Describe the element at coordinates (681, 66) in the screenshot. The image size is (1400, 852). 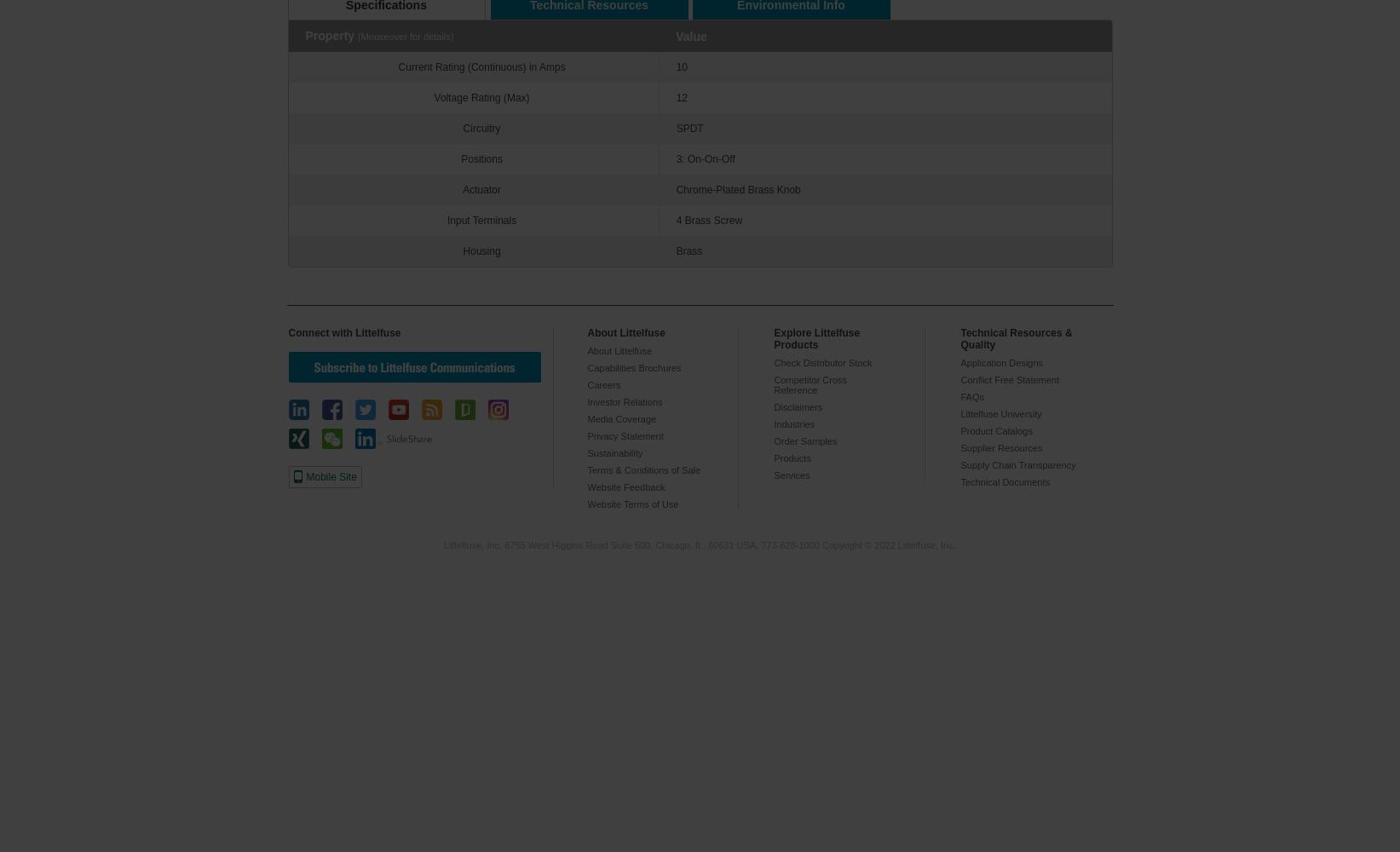
I see `'10'` at that location.